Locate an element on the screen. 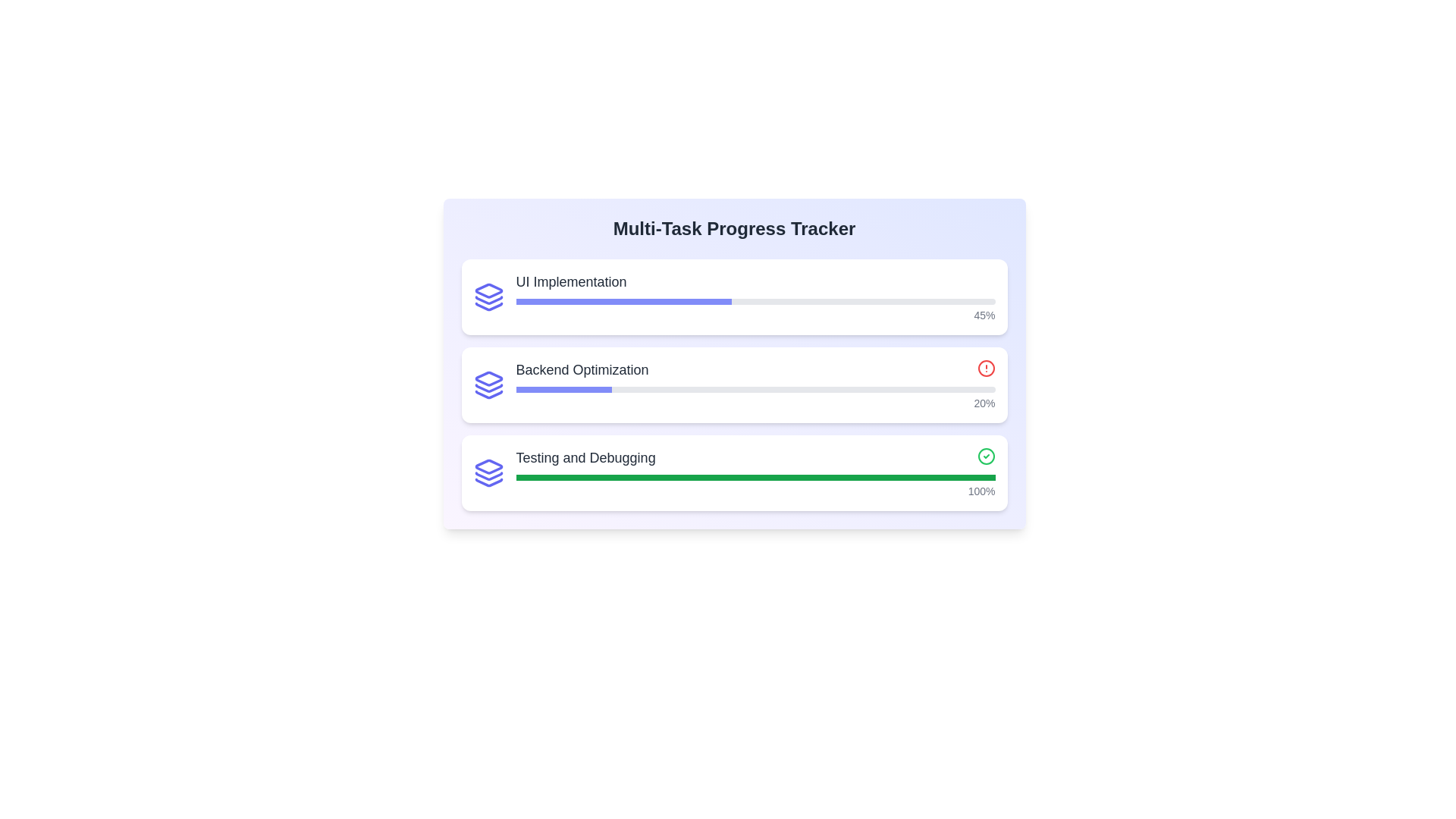  the indigo progress indicator bar representing the progress of the task titled 'Backend Optimization.' is located at coordinates (563, 388).